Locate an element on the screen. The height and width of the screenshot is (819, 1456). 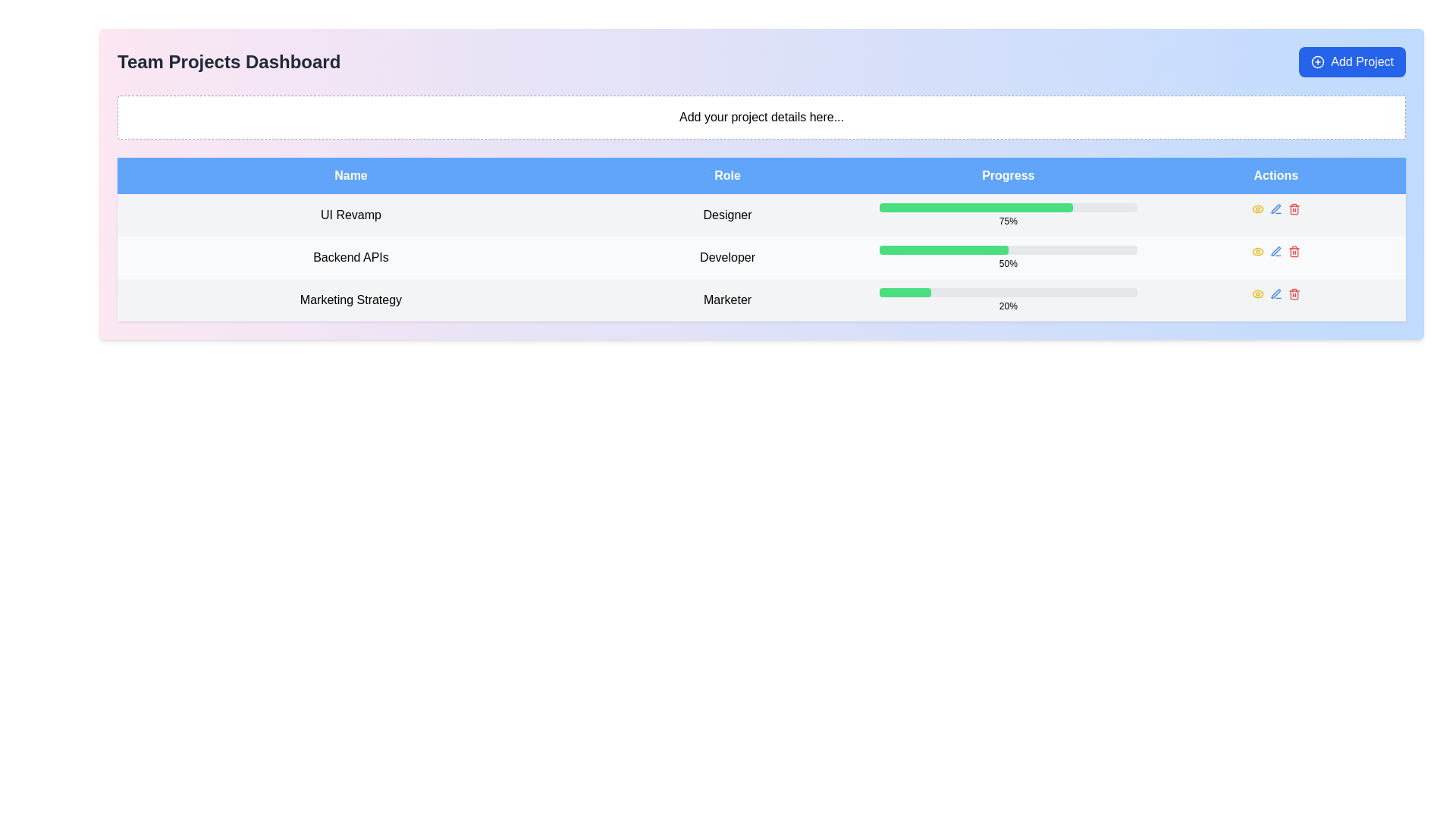
the horizontal progress bar representing 50% progress for 'Backend APIs' in the 'Progress' column is located at coordinates (1008, 249).